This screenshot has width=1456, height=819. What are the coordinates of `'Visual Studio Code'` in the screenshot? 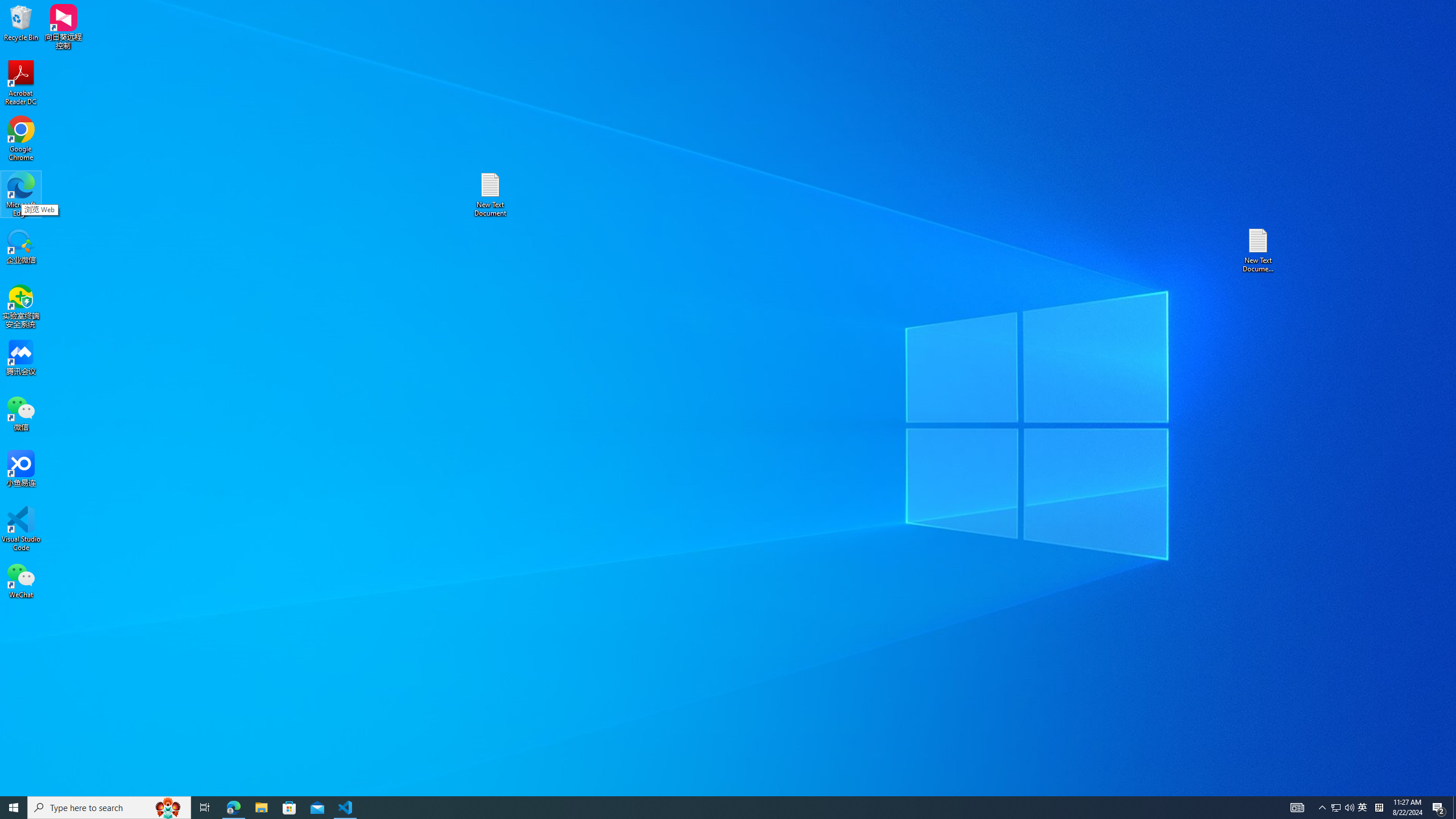 It's located at (20, 528).